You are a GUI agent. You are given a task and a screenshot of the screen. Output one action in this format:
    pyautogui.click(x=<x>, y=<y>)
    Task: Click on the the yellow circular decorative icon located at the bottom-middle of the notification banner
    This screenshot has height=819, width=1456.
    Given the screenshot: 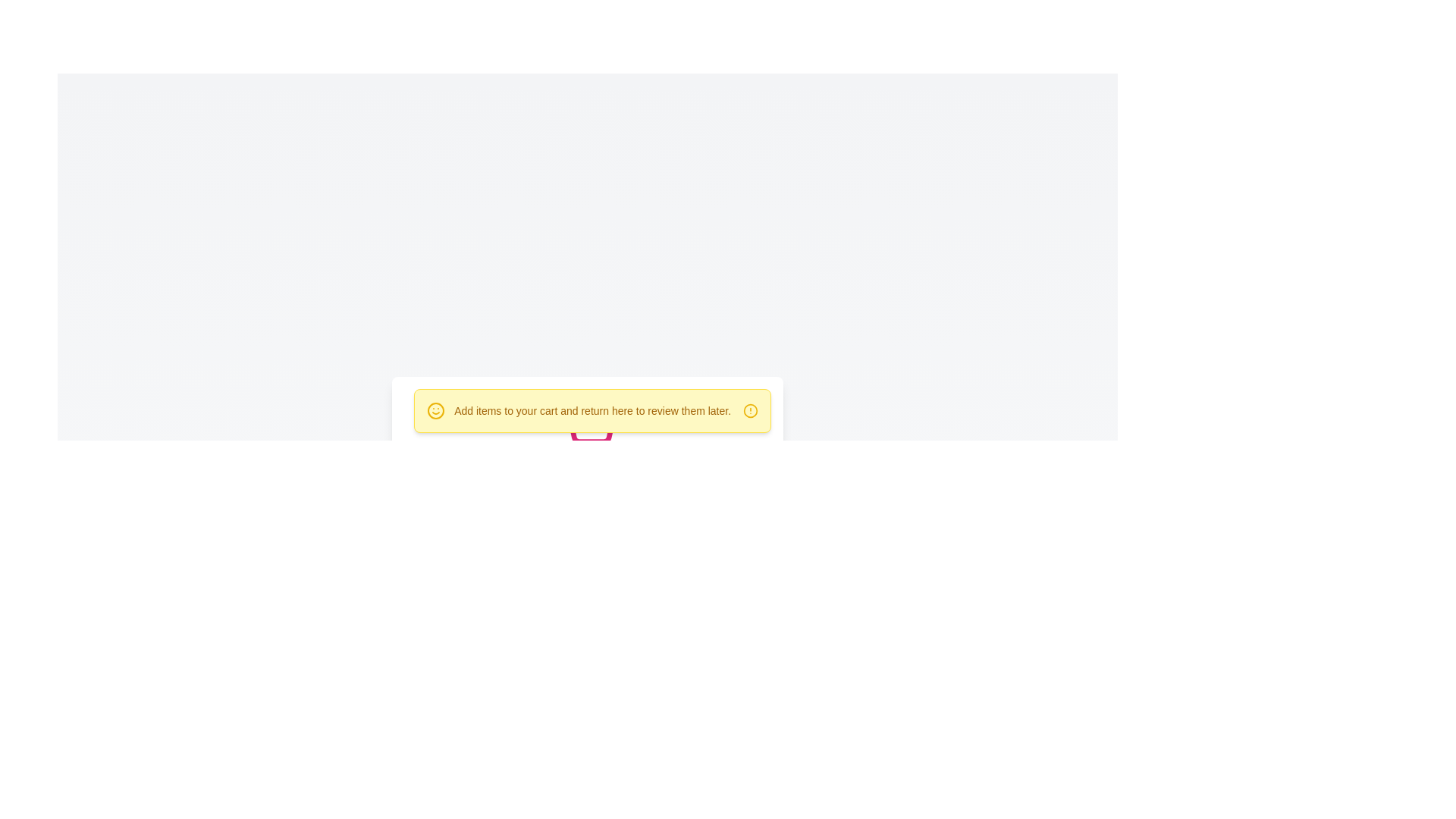 What is the action you would take?
    pyautogui.click(x=751, y=411)
    